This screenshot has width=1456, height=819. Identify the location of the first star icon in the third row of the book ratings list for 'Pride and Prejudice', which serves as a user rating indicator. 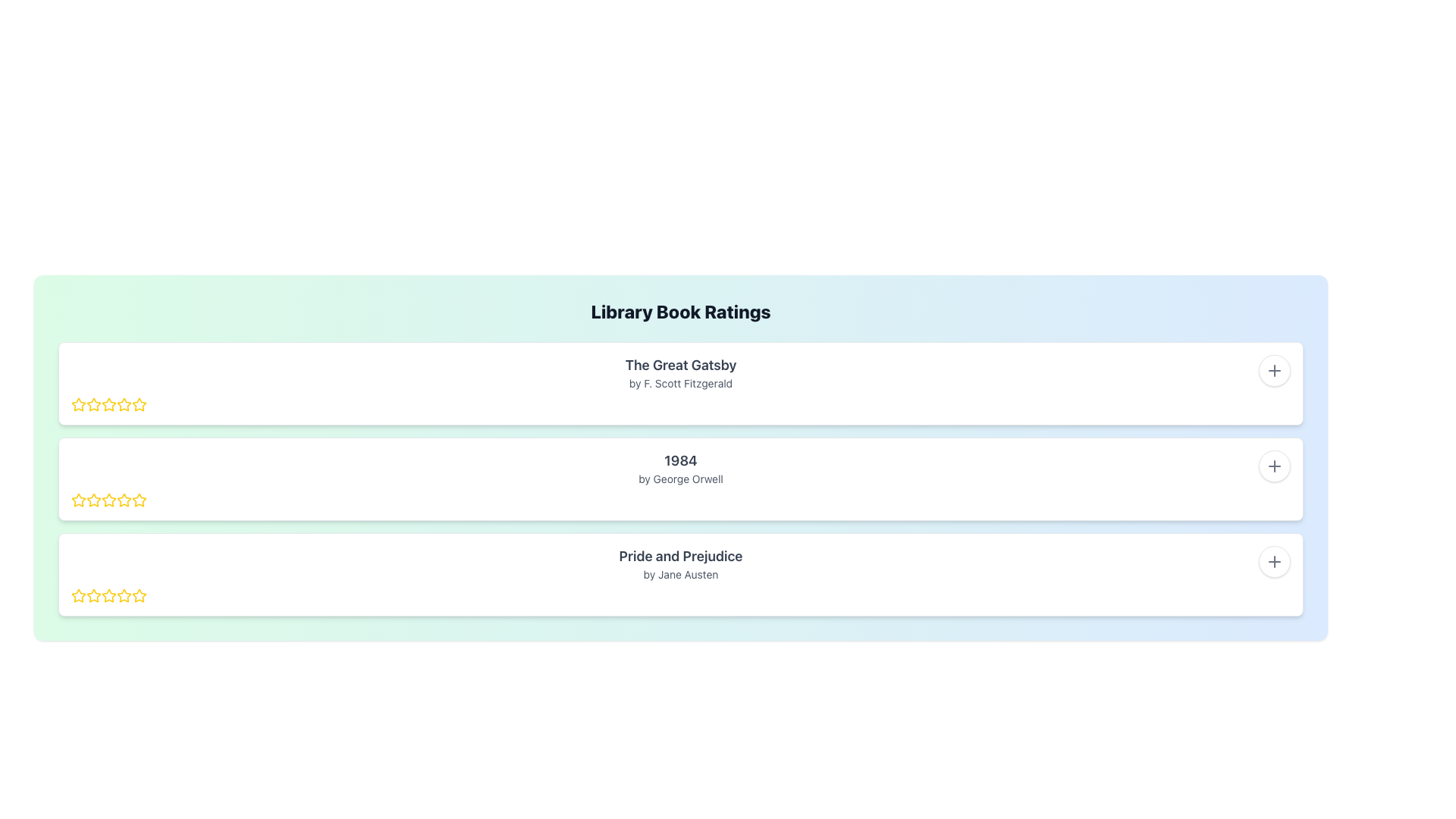
(78, 595).